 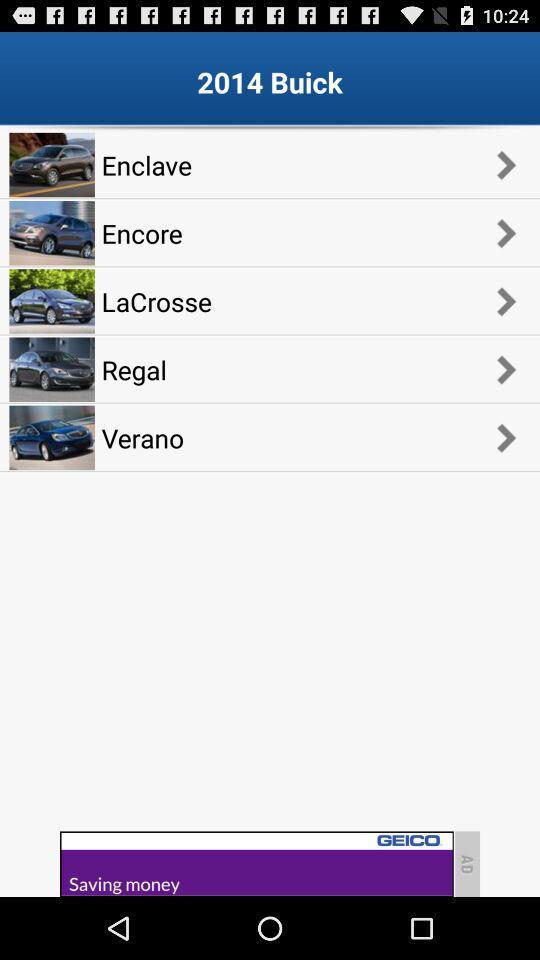 What do you see at coordinates (466, 863) in the screenshot?
I see `the text ad` at bounding box center [466, 863].